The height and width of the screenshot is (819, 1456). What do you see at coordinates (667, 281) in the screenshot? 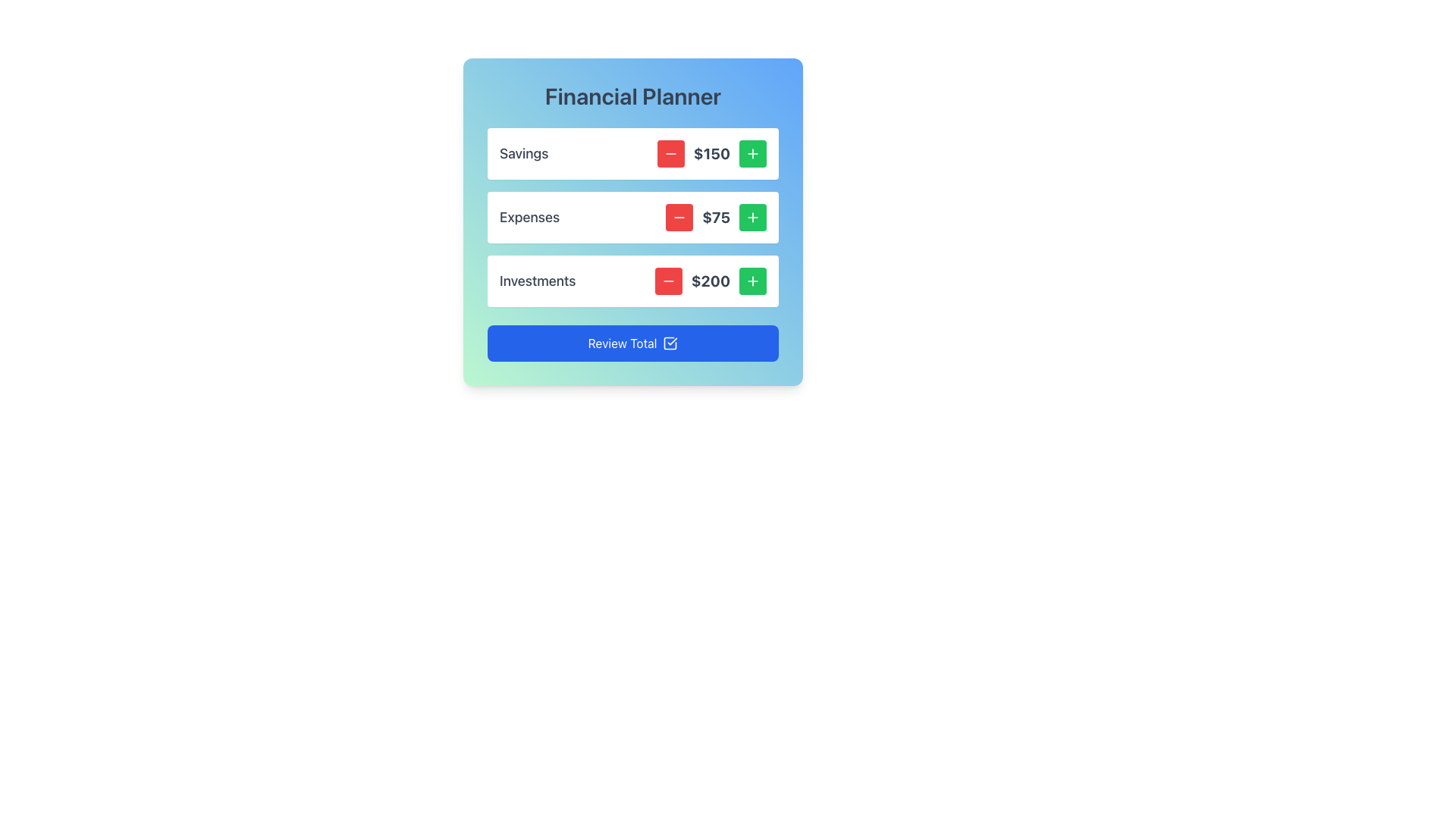
I see `the button used to decrease the value associated with the 'Investments' category, which is positioned to the left of the text '$200' and before a green button with a plus icon` at bounding box center [667, 281].